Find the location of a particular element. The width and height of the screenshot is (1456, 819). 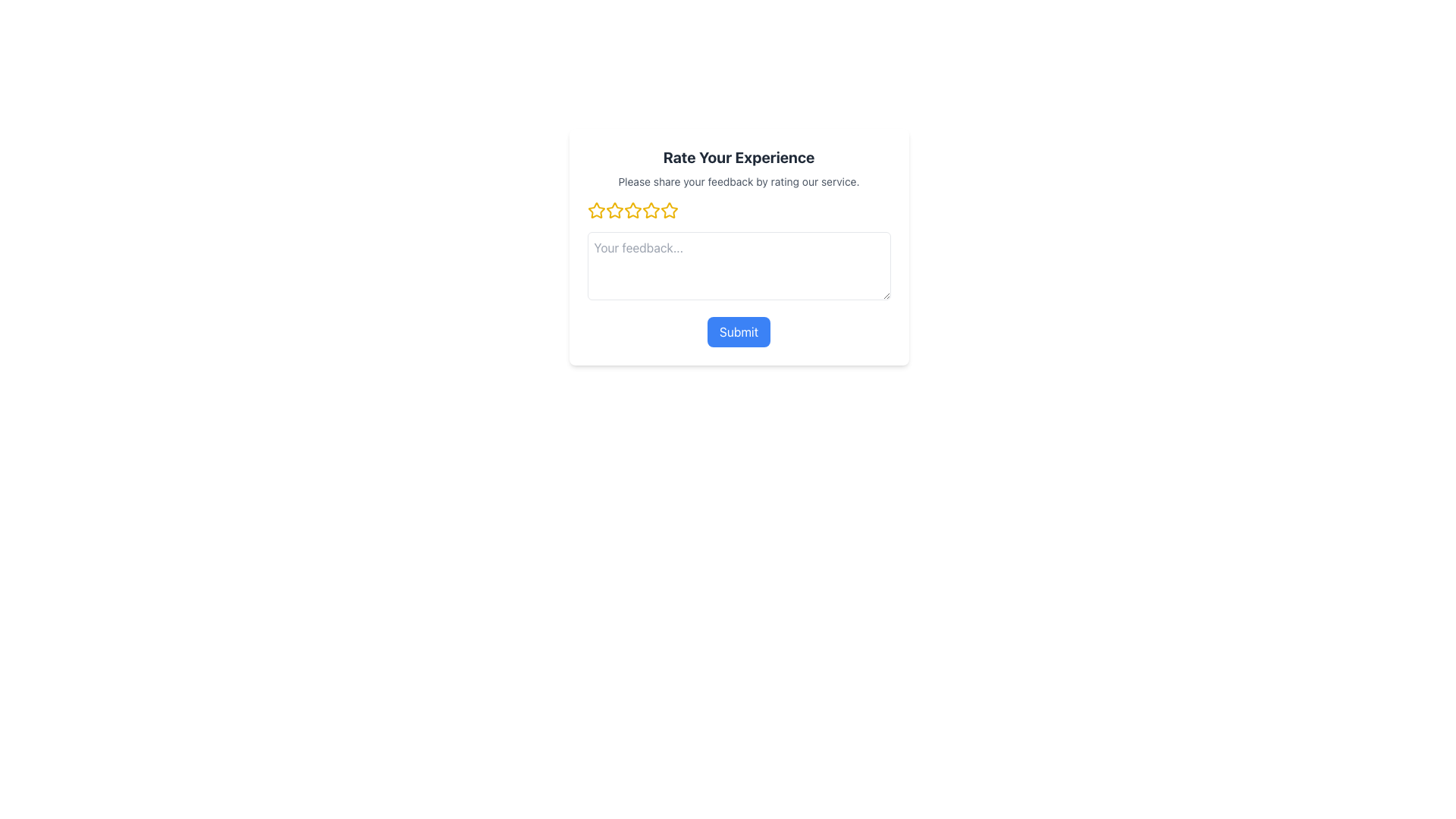

the fourth star button used for rating a service or product, positioned above the text area and the Submit button is located at coordinates (651, 210).